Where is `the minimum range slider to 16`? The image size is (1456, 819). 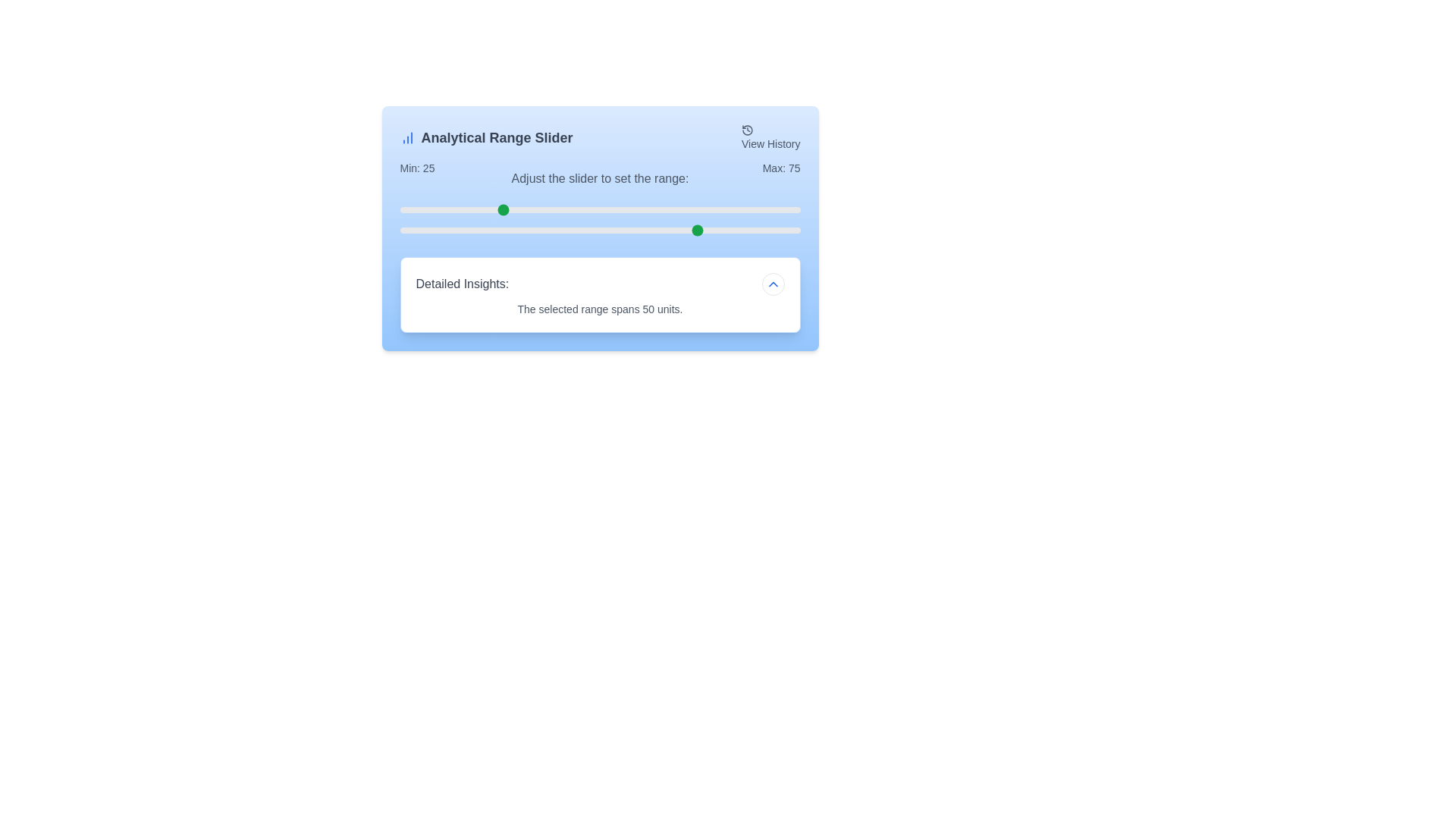
the minimum range slider to 16 is located at coordinates (463, 210).